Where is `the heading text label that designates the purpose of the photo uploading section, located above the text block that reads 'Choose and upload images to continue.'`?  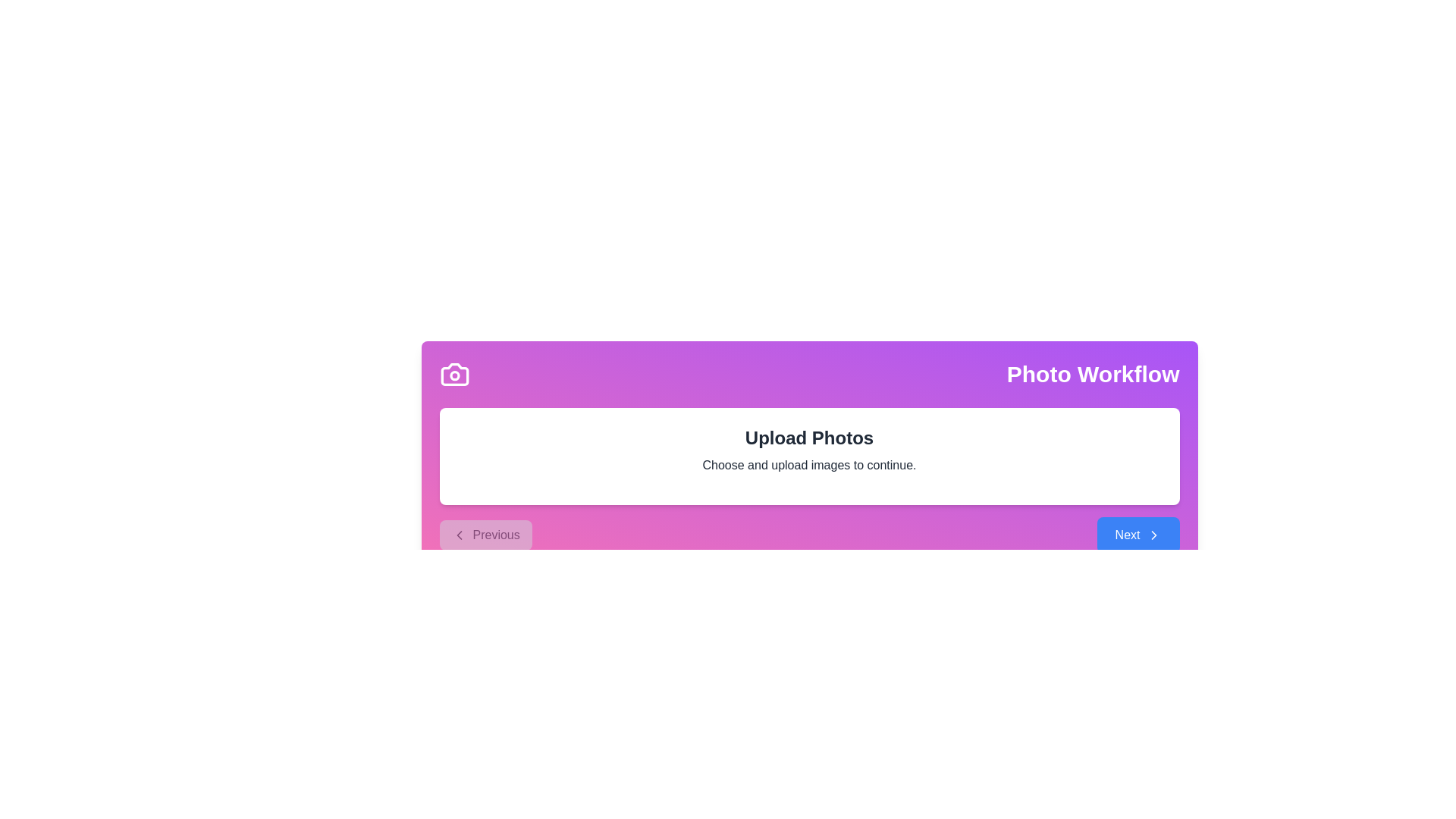
the heading text label that designates the purpose of the photo uploading section, located above the text block that reads 'Choose and upload images to continue.' is located at coordinates (808, 438).